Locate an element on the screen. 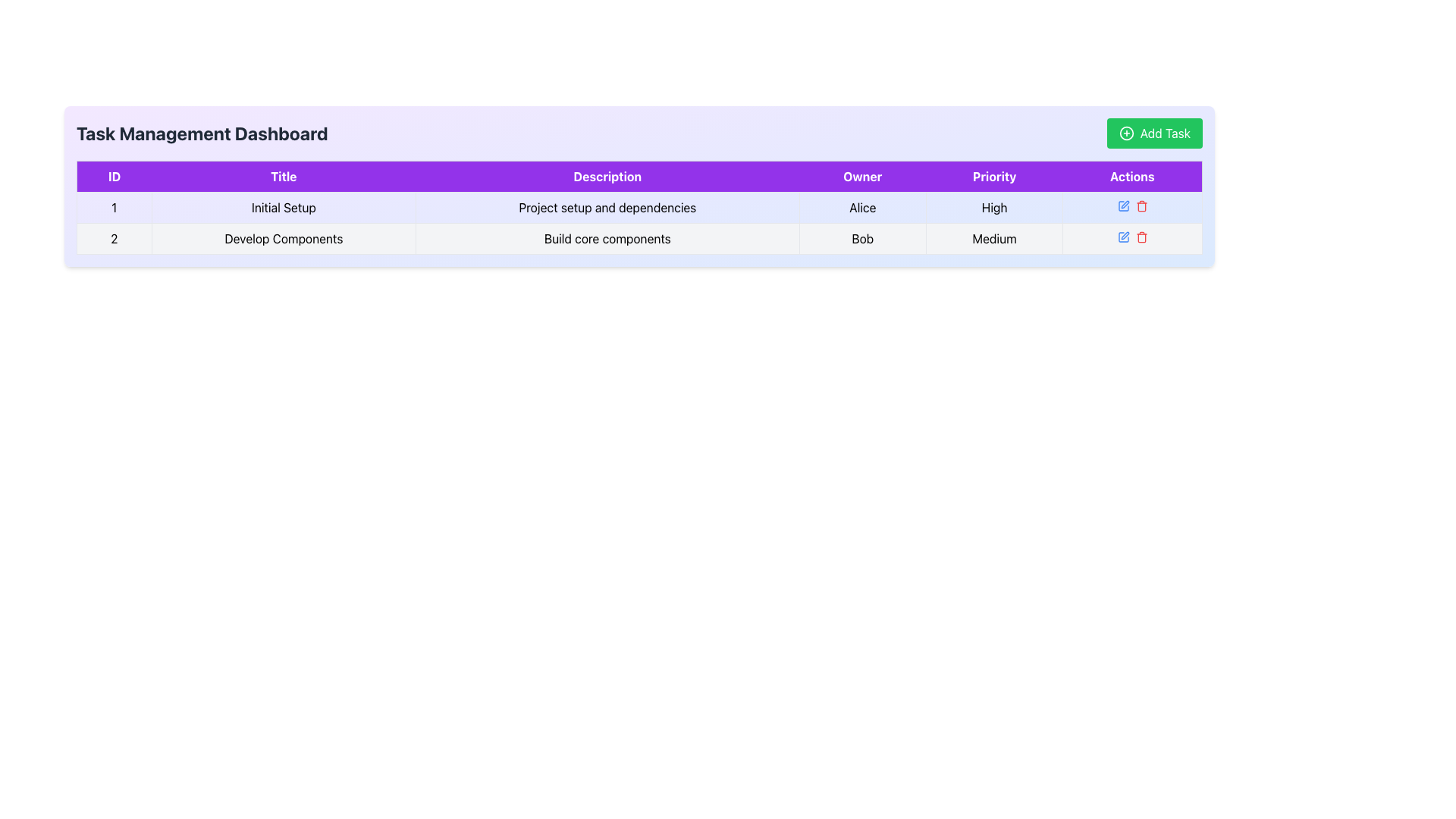 The image size is (1456, 819). the square button with a pen overlay located in the 'Actions' column of the second row in the table to initiate editing is located at coordinates (1123, 237).